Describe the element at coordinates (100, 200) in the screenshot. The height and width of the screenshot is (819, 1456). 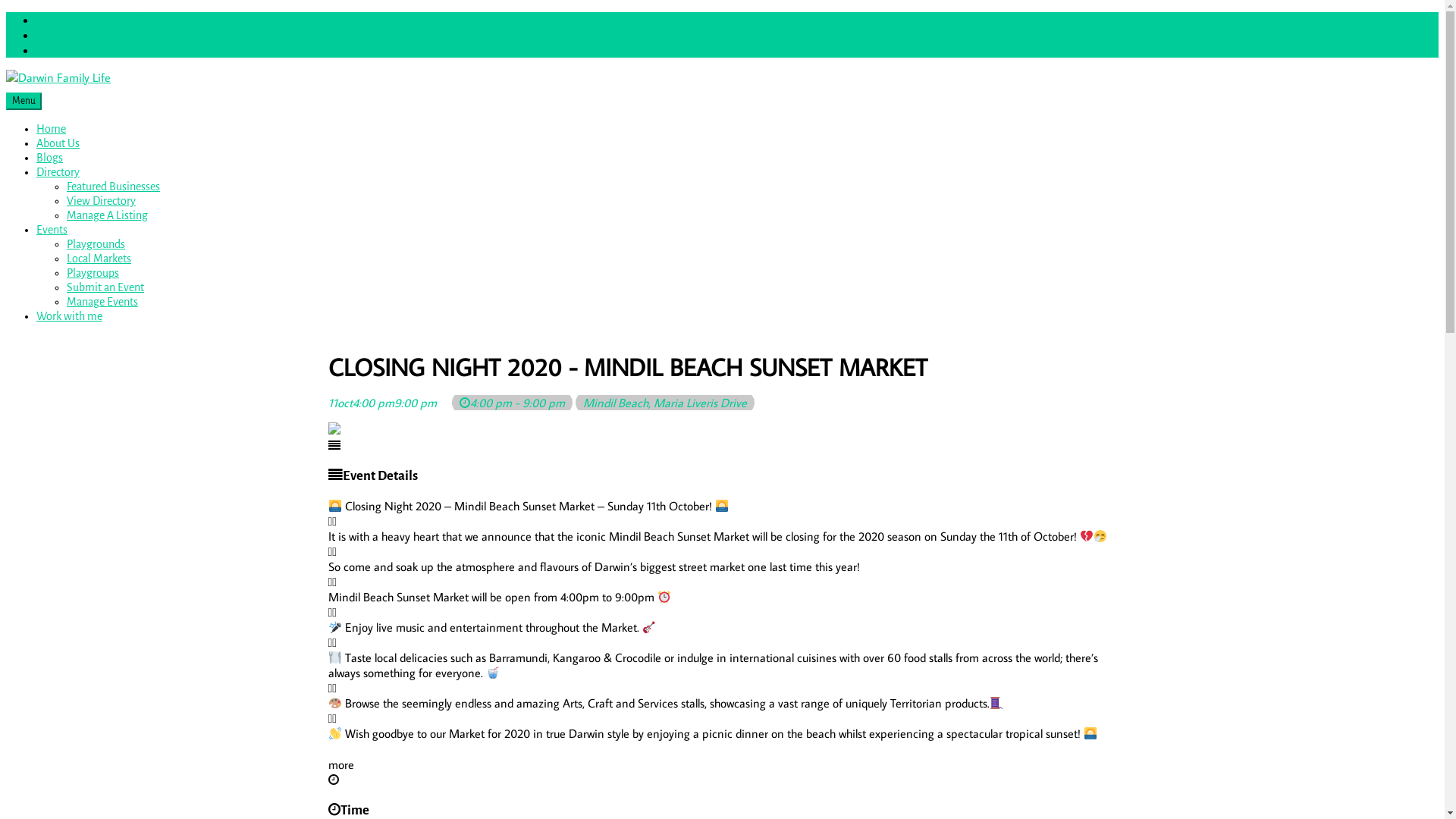
I see `'View Directory'` at that location.